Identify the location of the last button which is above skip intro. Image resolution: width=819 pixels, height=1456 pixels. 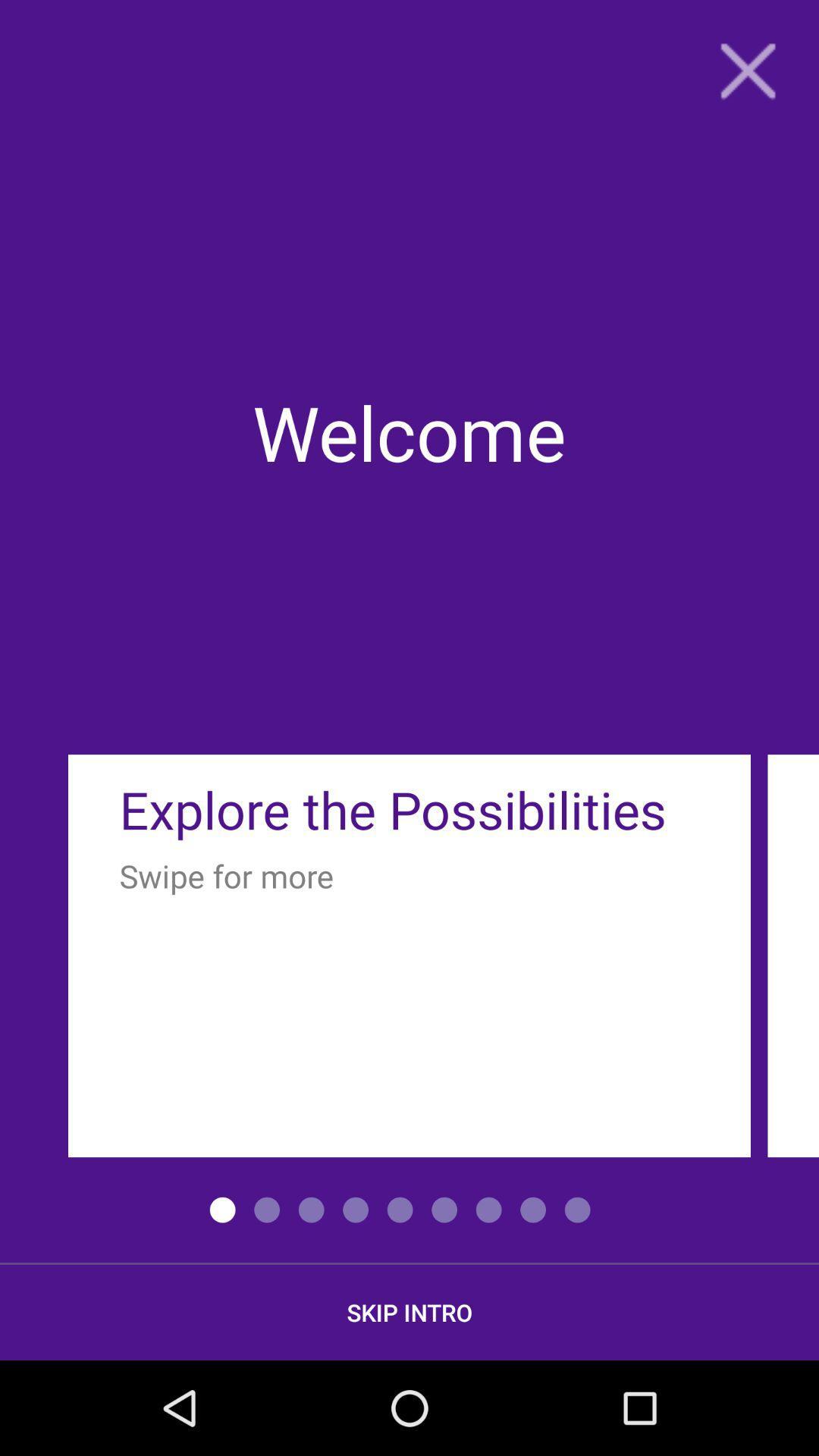
(578, 1210).